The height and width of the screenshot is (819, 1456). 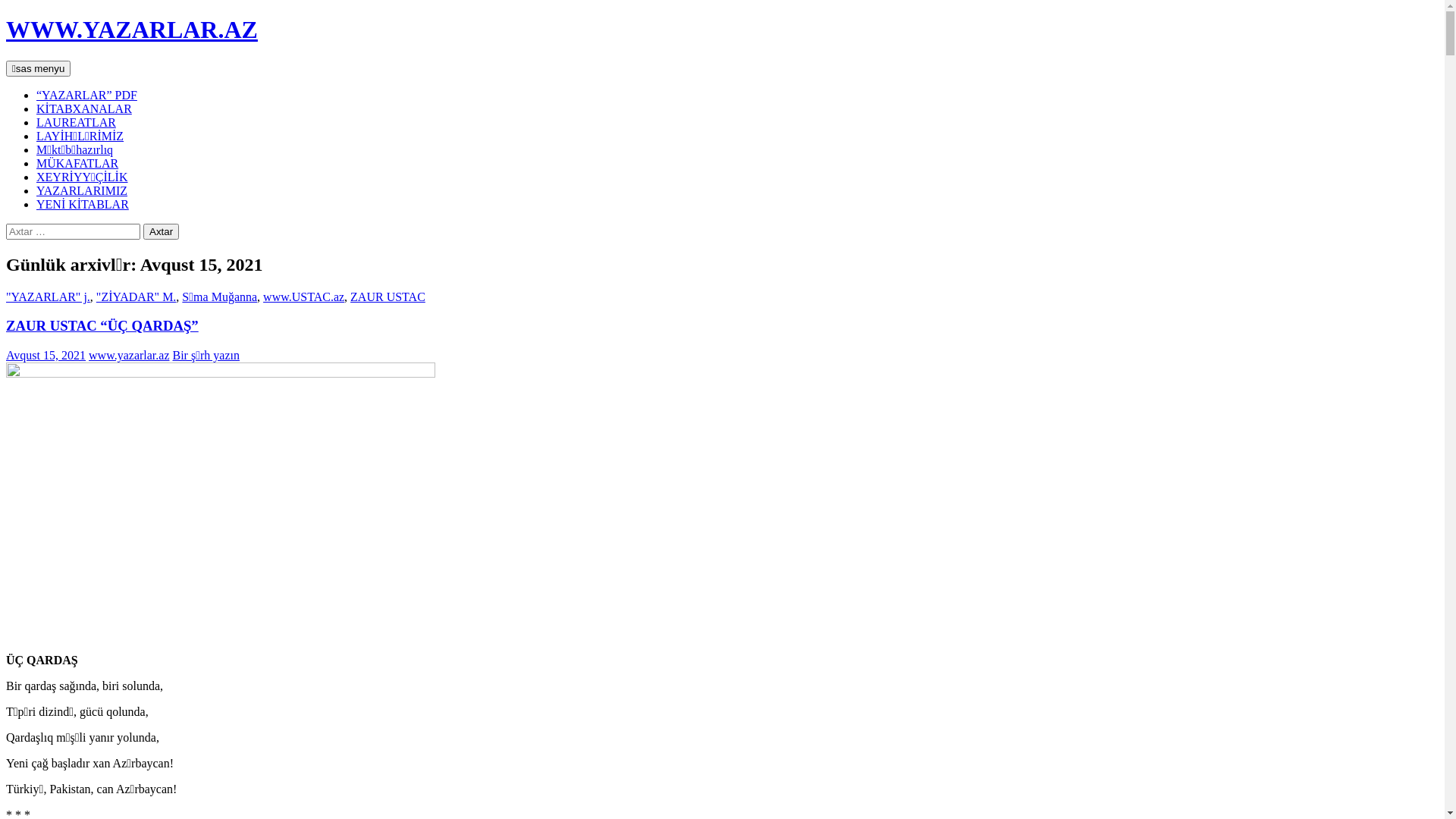 What do you see at coordinates (75, 121) in the screenshot?
I see `'LAUREATLAR'` at bounding box center [75, 121].